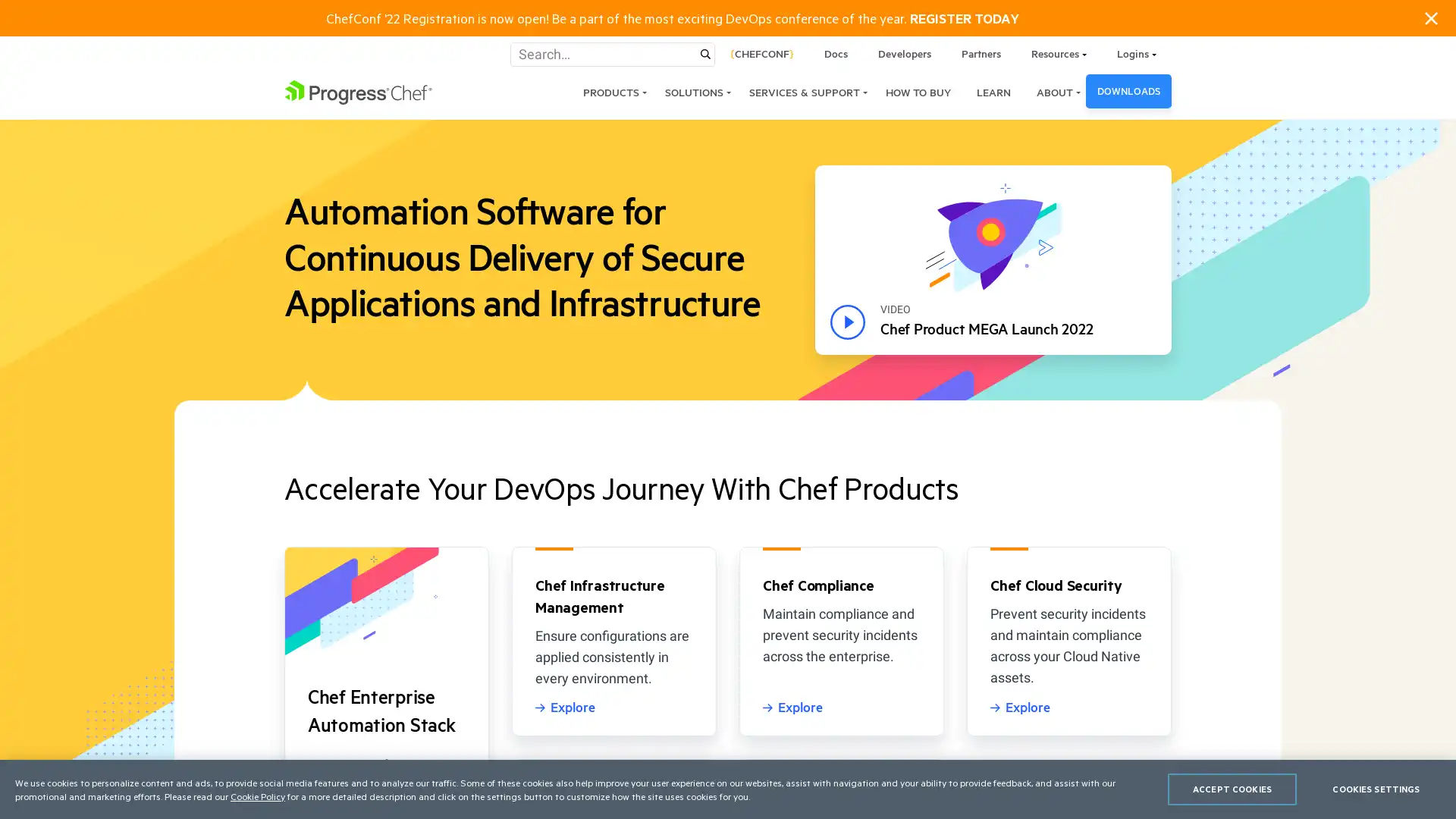 The image size is (1456, 819). I want to click on Logins, so click(1136, 54).